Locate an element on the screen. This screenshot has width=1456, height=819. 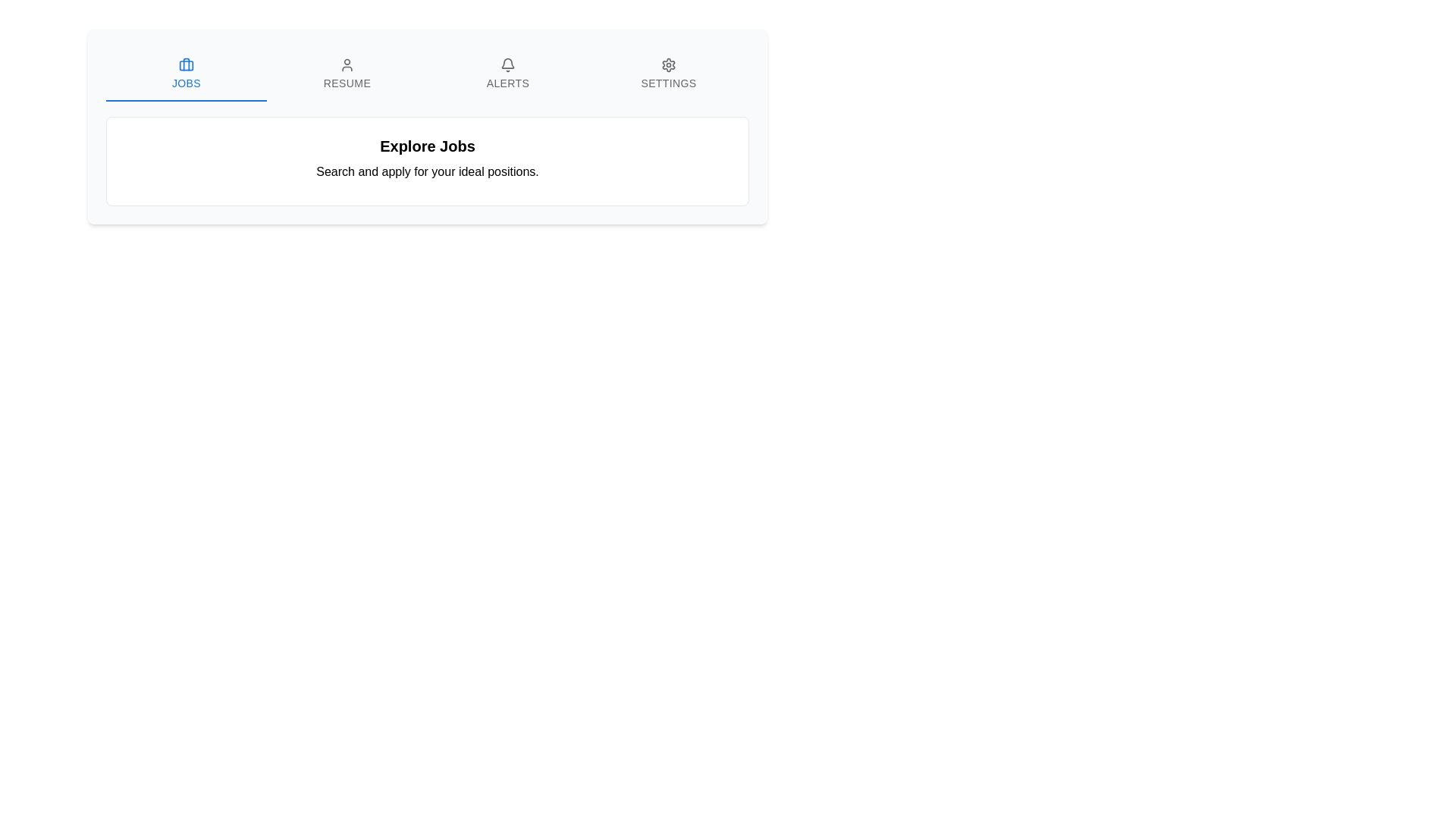
the thin red underline bar that indicates the active selection for the 'Jobs' tab in the horizontal navigation menu is located at coordinates (185, 100).